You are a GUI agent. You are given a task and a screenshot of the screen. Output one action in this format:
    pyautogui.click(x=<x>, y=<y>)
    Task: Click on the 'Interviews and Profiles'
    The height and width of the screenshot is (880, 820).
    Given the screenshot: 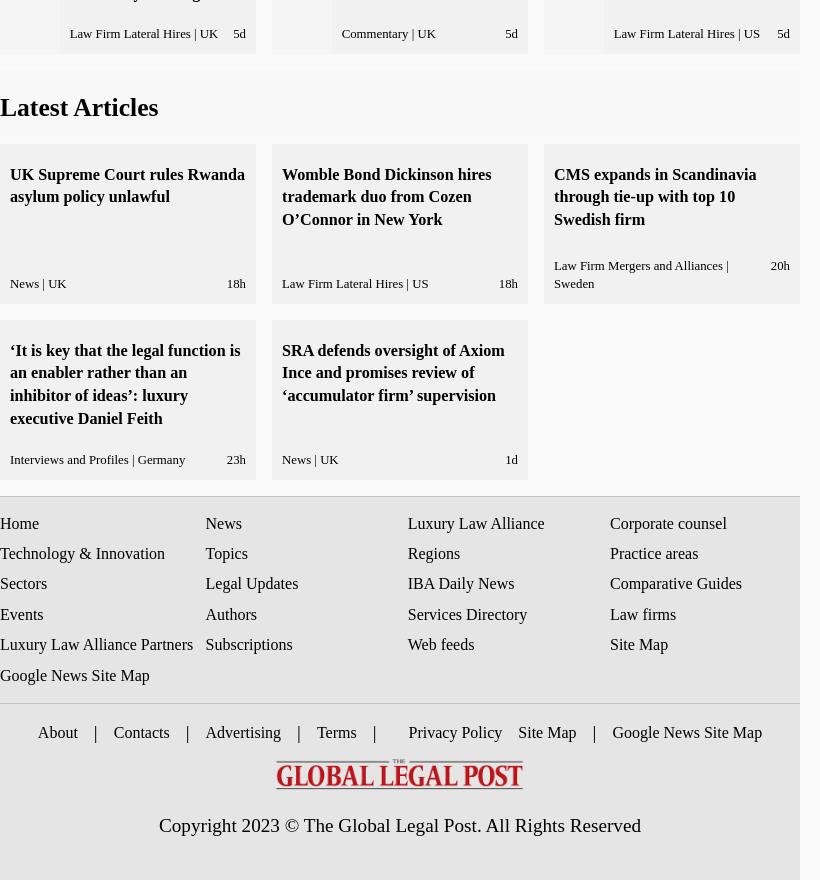 What is the action you would take?
    pyautogui.click(x=9, y=458)
    